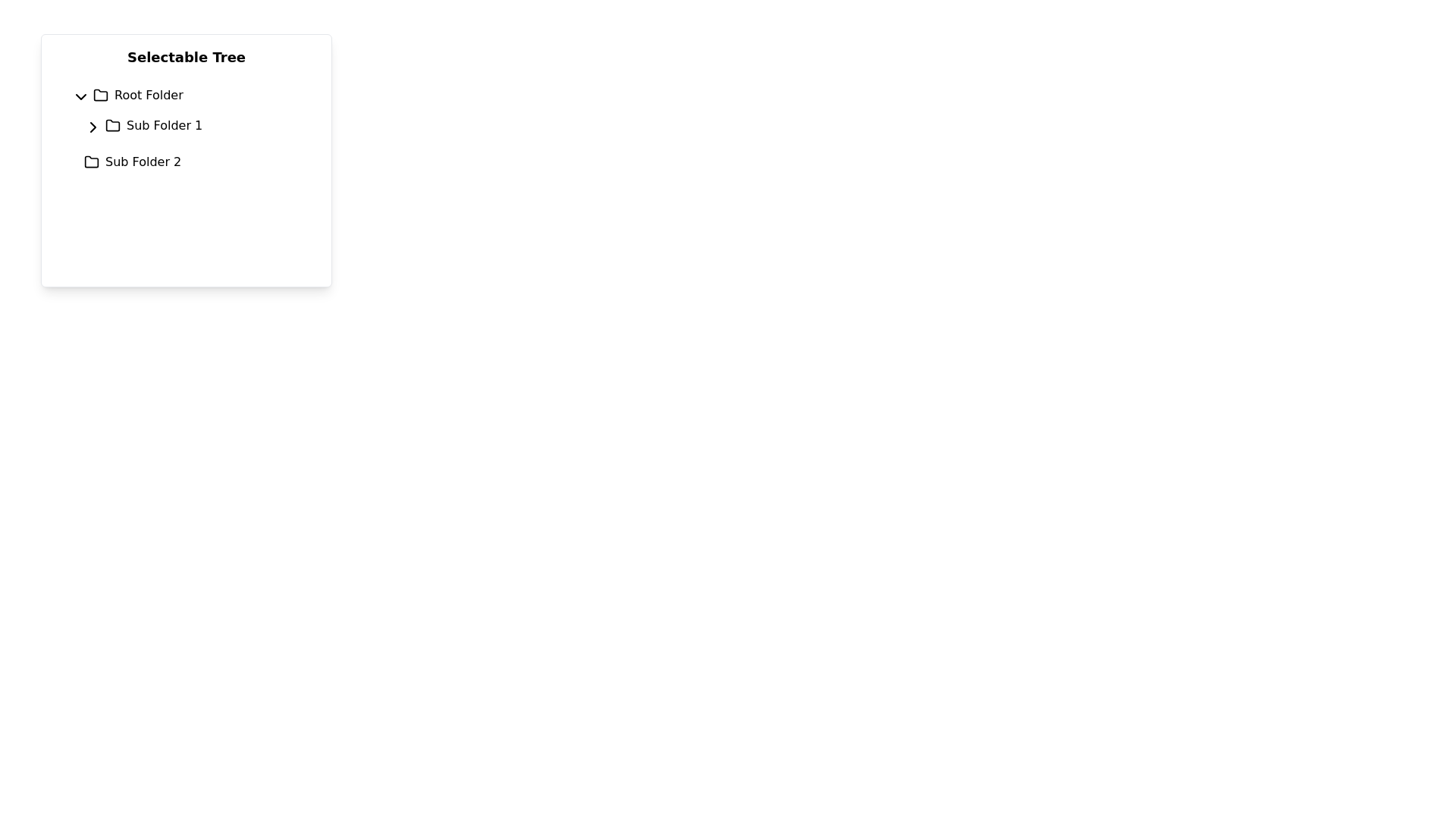 This screenshot has height=819, width=1456. What do you see at coordinates (111, 124) in the screenshot?
I see `the folder icon representing 'Sub Folder 1' in the Selectable Tree section` at bounding box center [111, 124].